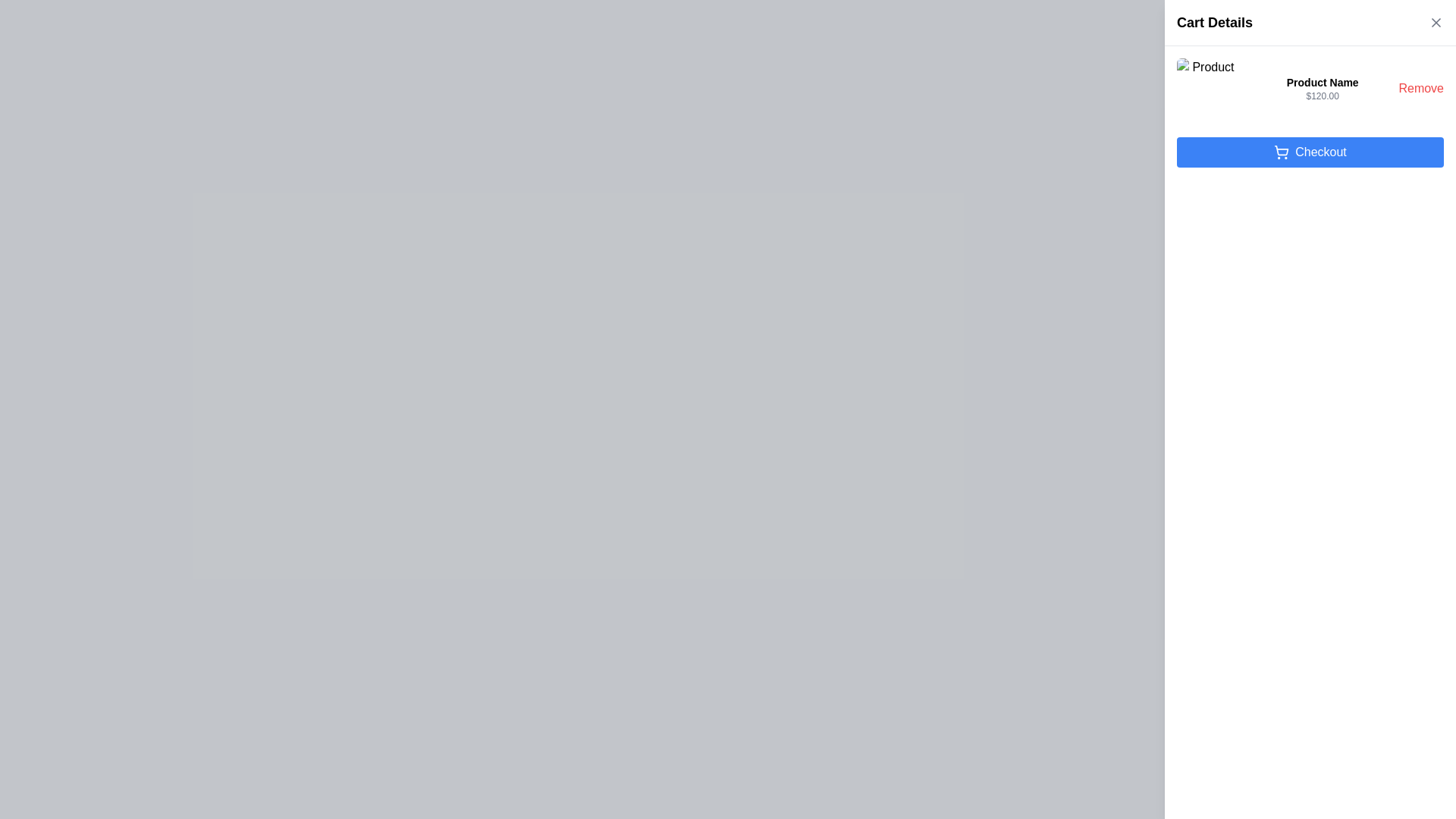  What do you see at coordinates (1436, 23) in the screenshot?
I see `the small interactive 'X' button located at the top-right corner of the interface, next to the 'Cart Details' title` at bounding box center [1436, 23].